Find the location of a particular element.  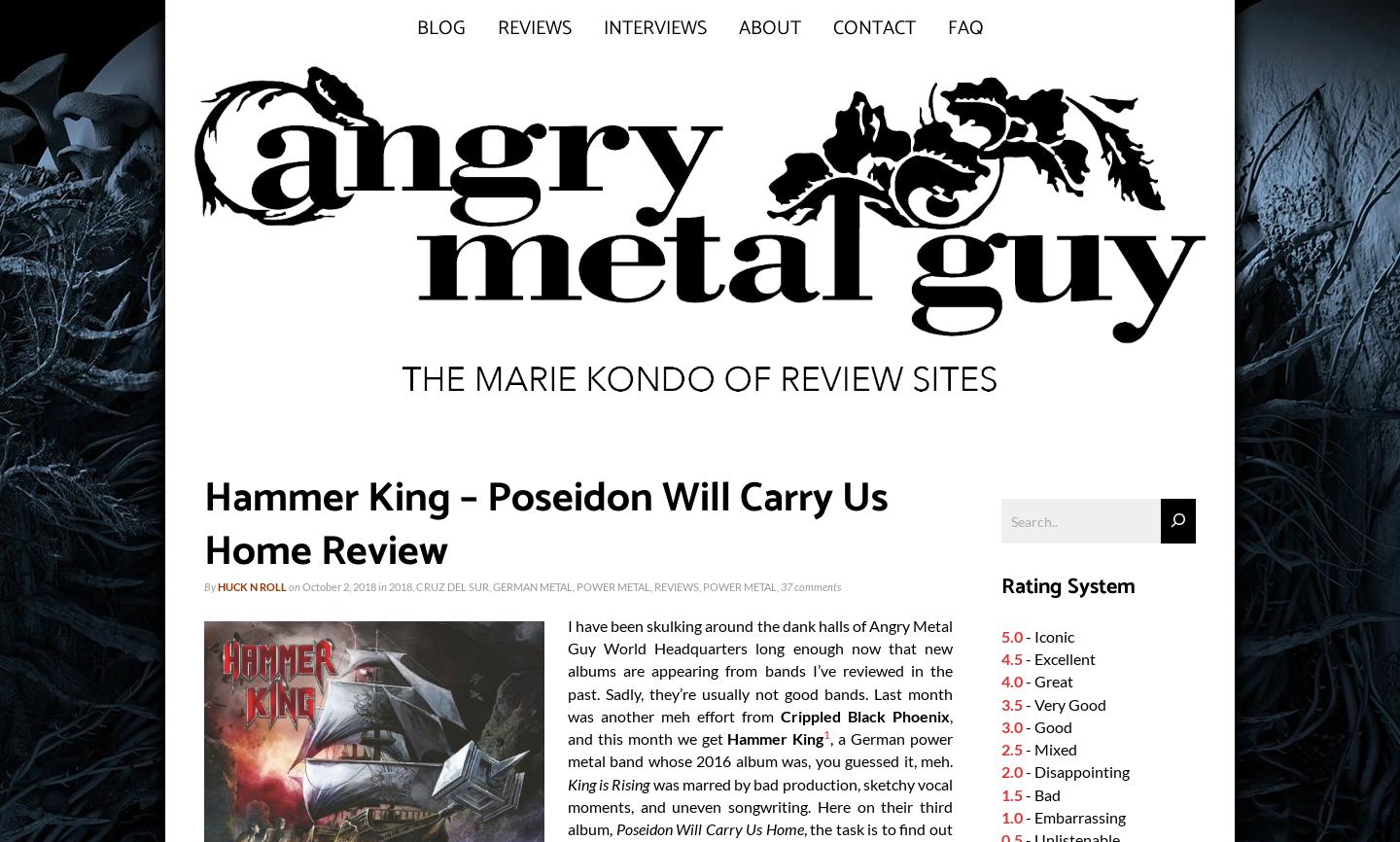

'Crippled Black Phoenix' is located at coordinates (864, 715).